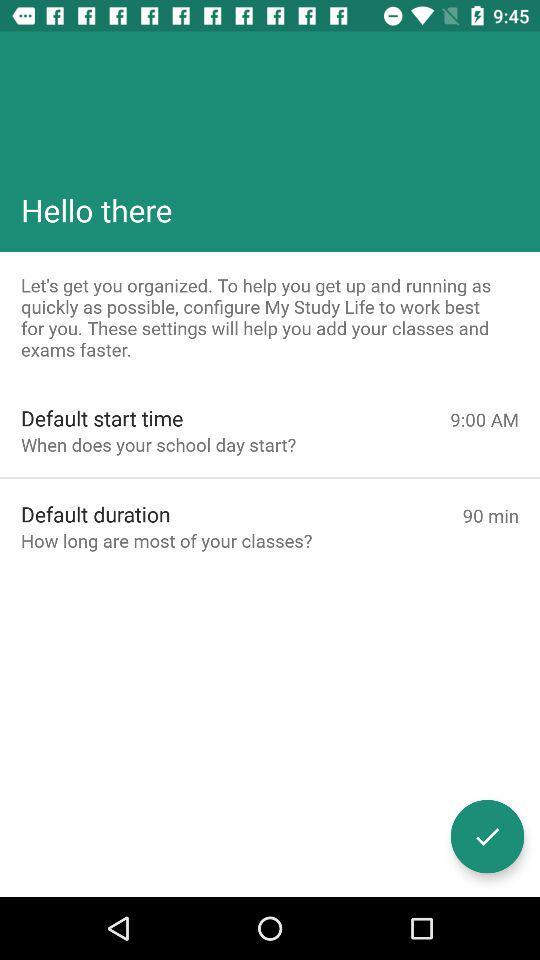 This screenshot has height=960, width=540. What do you see at coordinates (486, 836) in the screenshot?
I see `accept these settings` at bounding box center [486, 836].